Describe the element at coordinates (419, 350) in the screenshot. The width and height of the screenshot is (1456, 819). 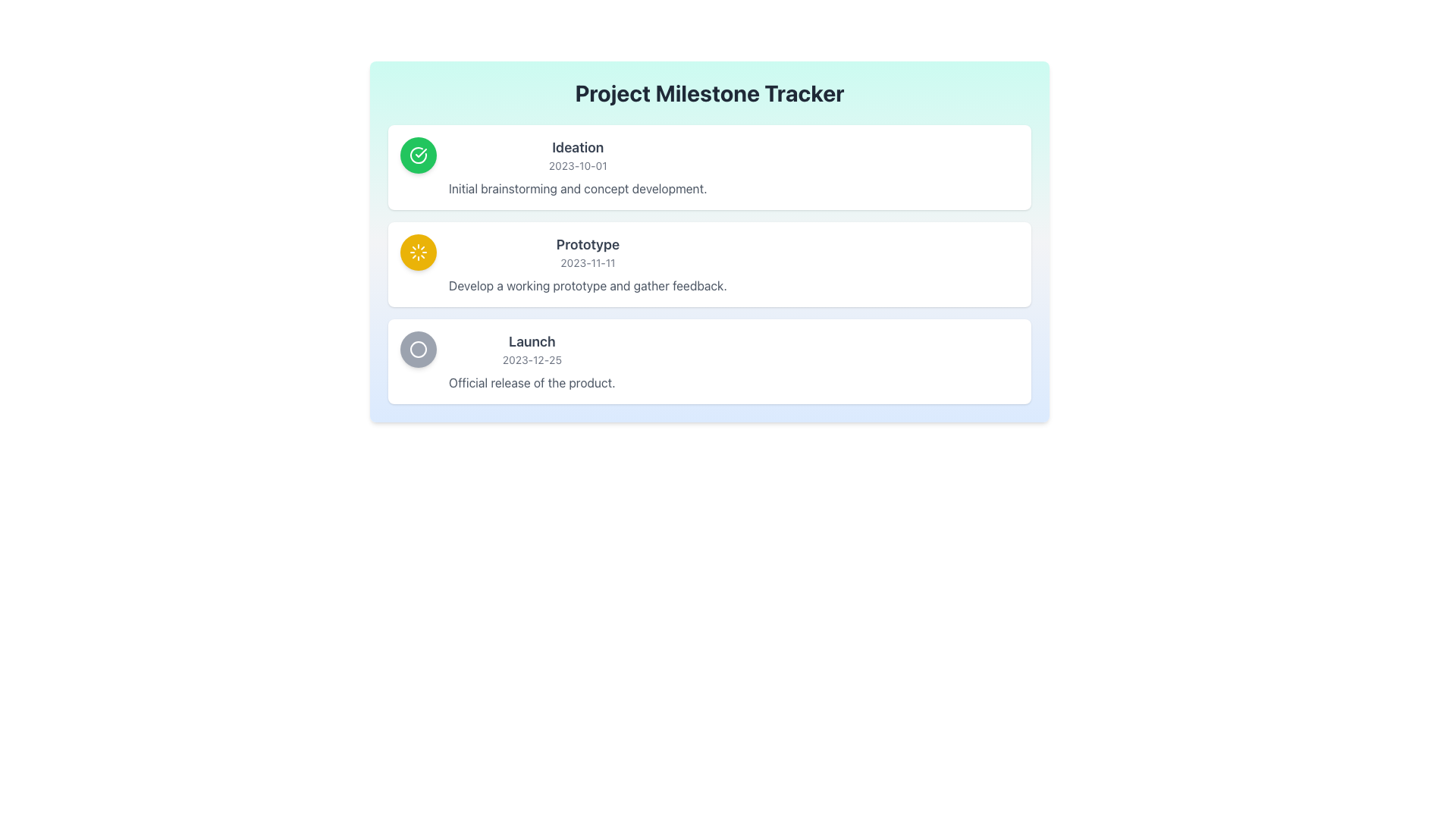
I see `the circular gray button with white text or icon located at the left side of the 'Launch' milestone entry, which is identified by bold gray text and the date '2023-12-25'` at that location.